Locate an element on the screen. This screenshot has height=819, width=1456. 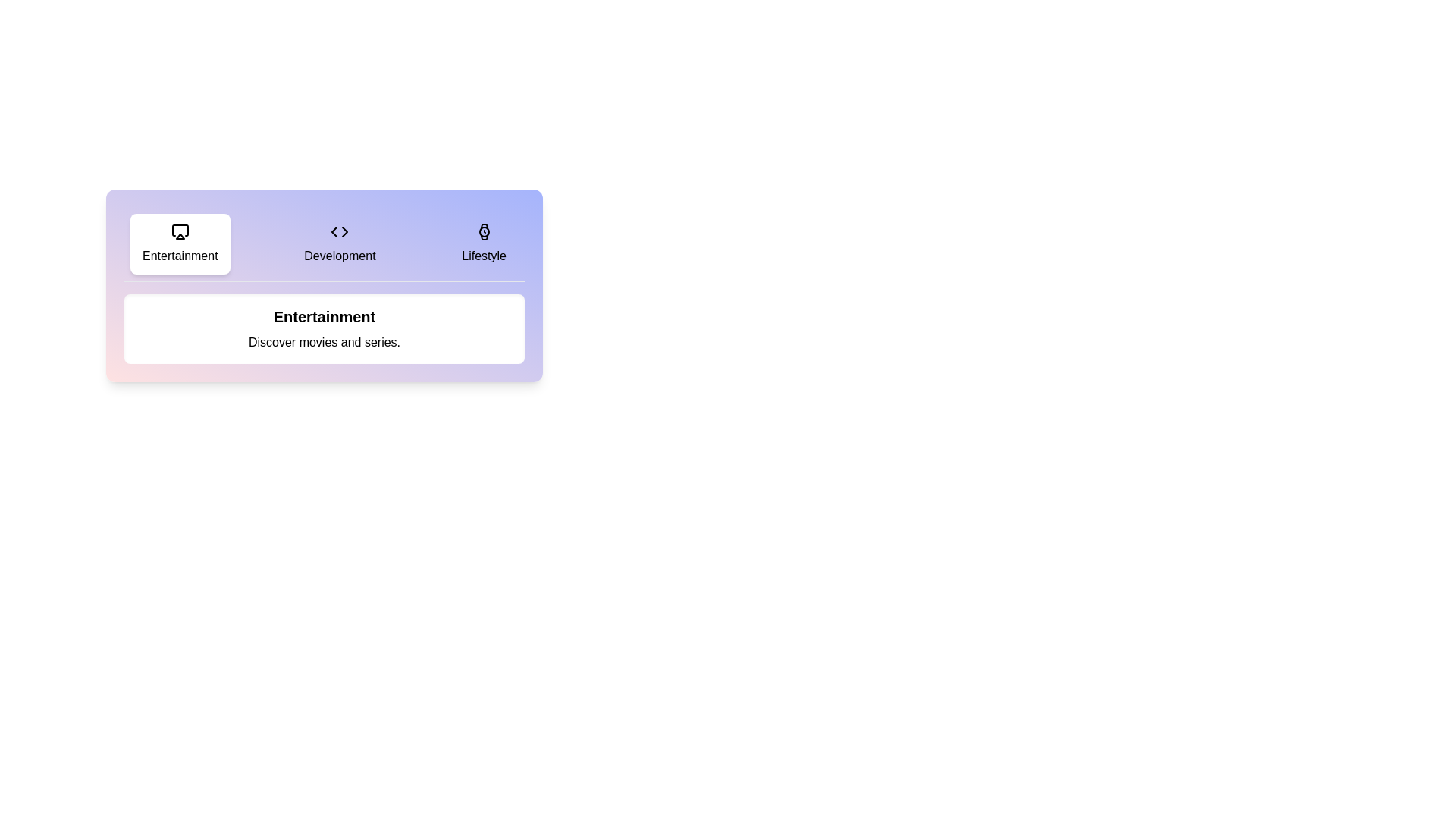
the tab labeled Lifestyle is located at coordinates (483, 243).